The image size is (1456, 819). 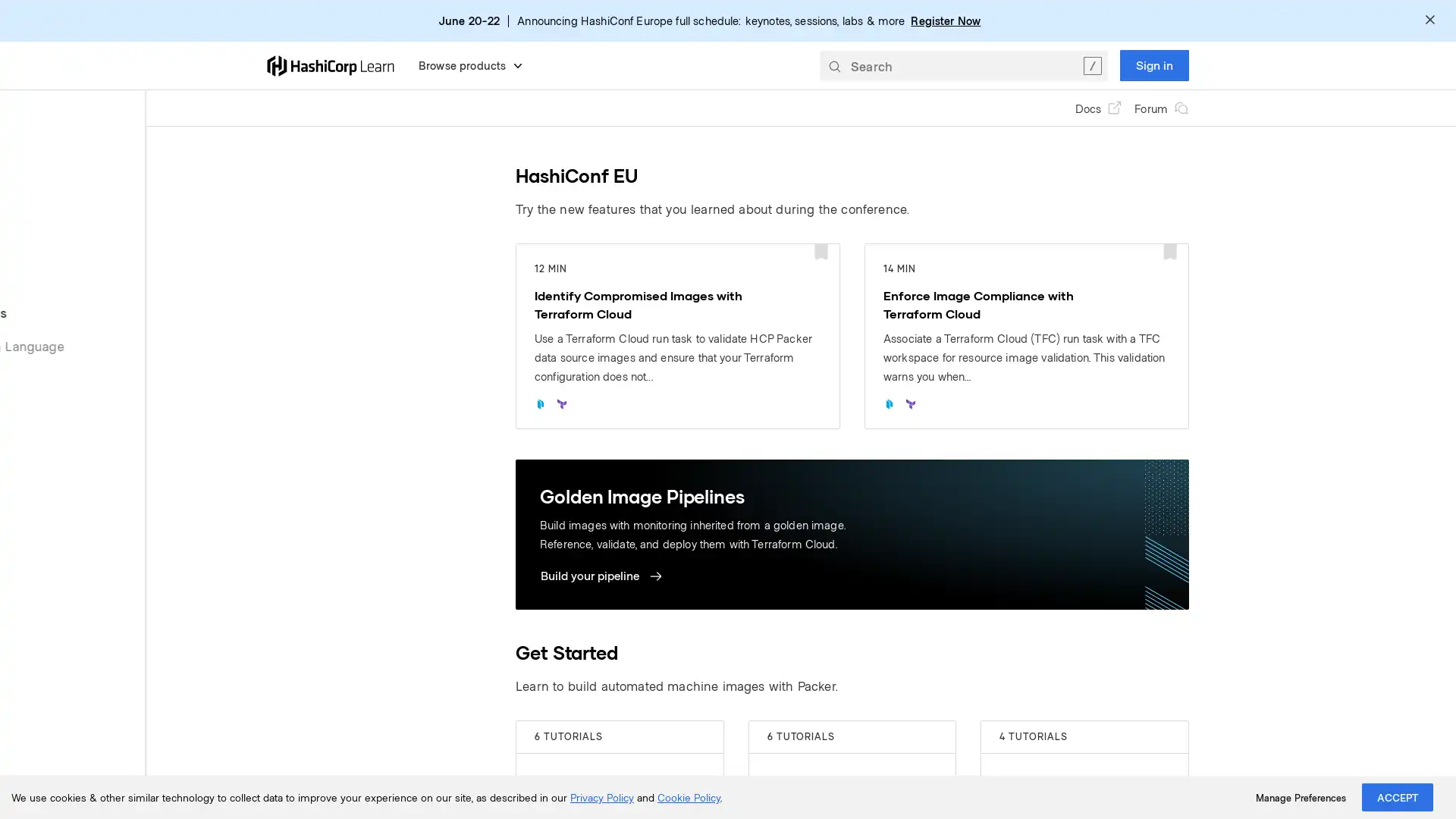 What do you see at coordinates (821, 252) in the screenshot?
I see `Add bookmark for: Identify Compromised Images with Terraform Cloud` at bounding box center [821, 252].